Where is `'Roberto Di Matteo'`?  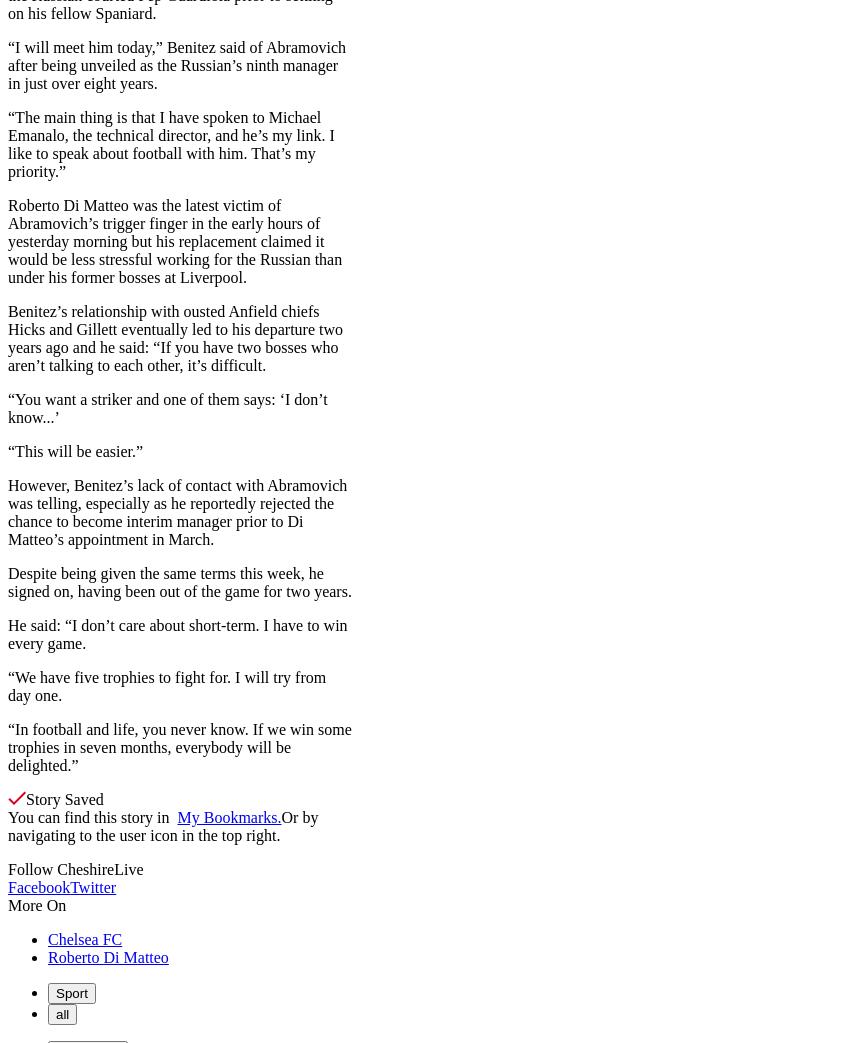 'Roberto Di Matteo' is located at coordinates (108, 955).